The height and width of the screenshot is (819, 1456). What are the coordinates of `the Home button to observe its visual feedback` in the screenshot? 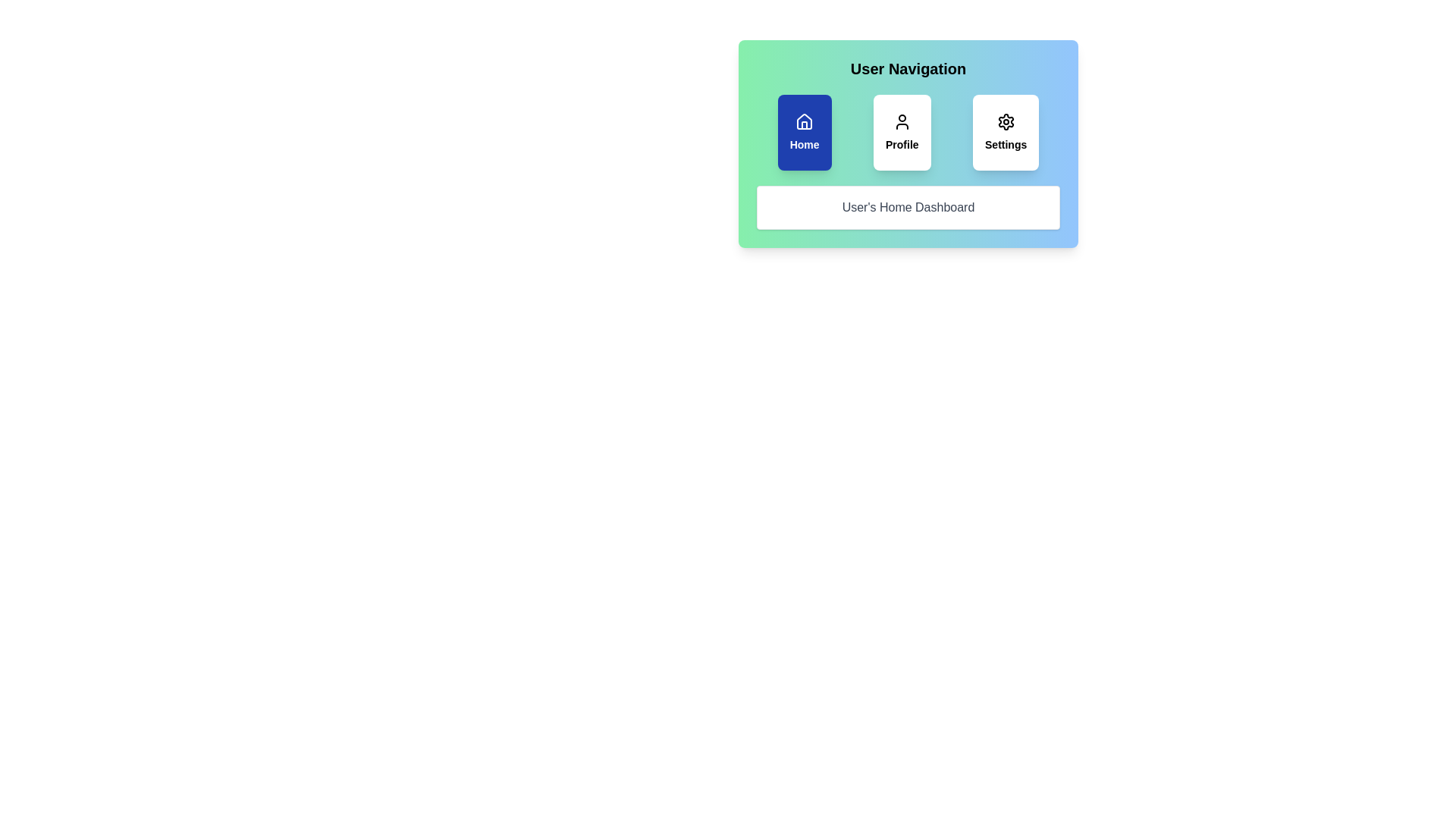 It's located at (804, 131).